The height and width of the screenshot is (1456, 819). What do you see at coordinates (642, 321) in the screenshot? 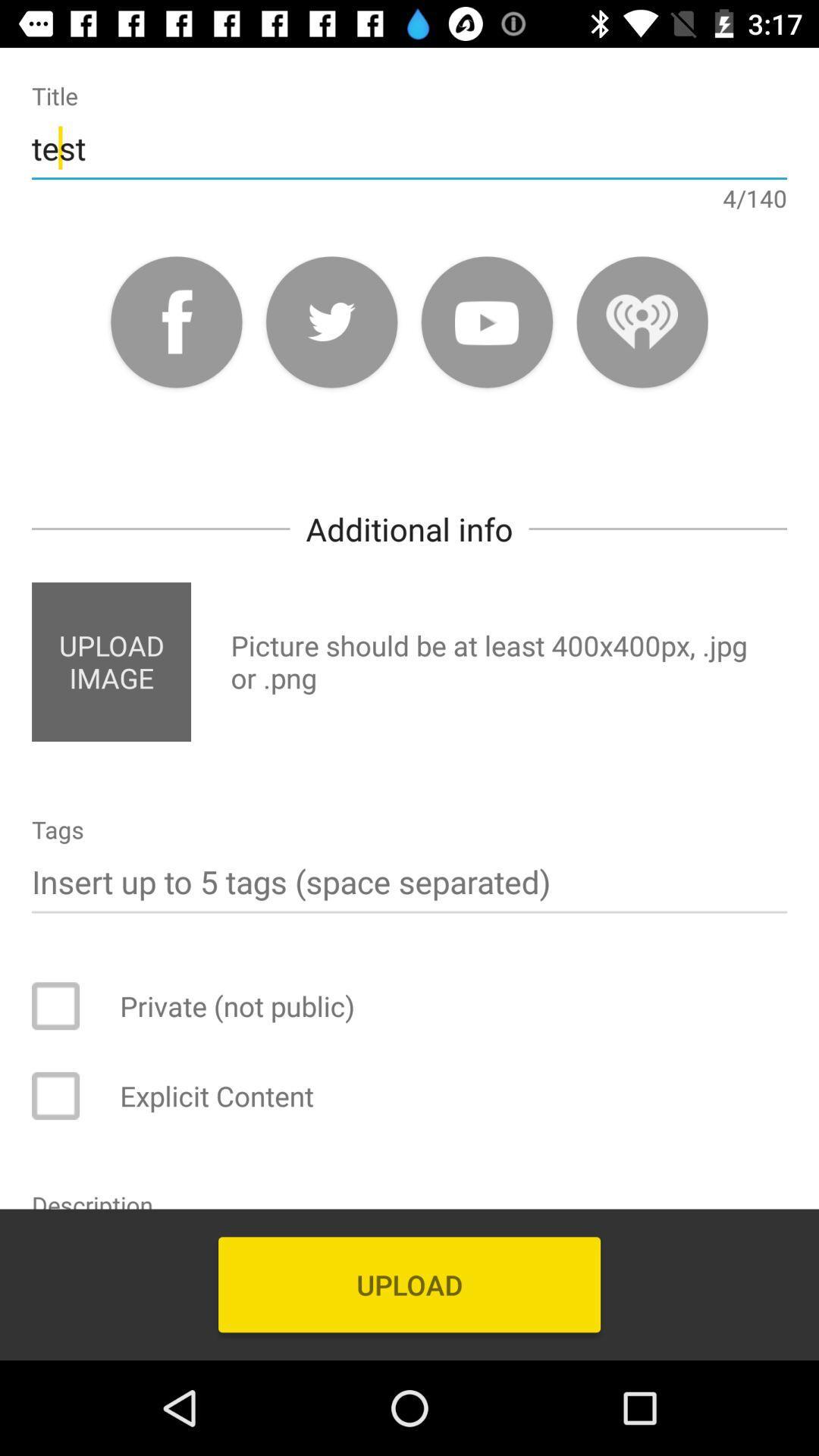
I see `i heart radio functions` at bounding box center [642, 321].